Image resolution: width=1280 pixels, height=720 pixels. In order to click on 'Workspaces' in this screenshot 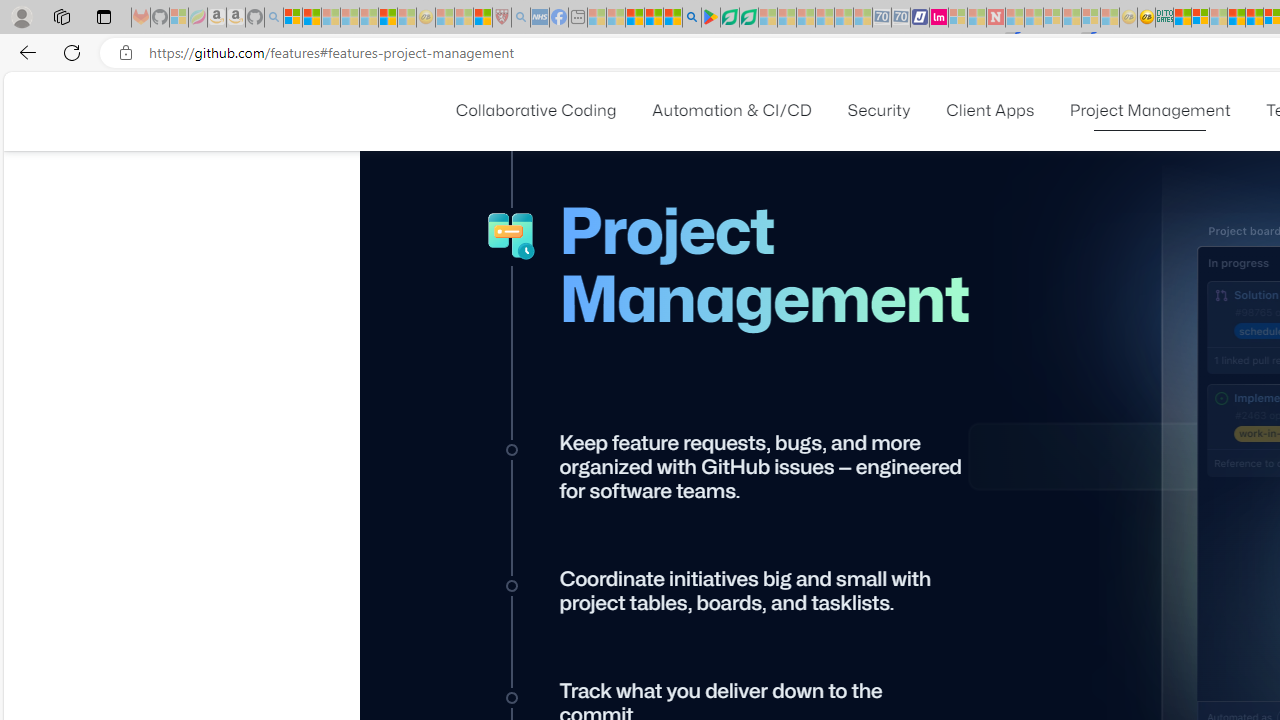, I will do `click(61, 16)`.